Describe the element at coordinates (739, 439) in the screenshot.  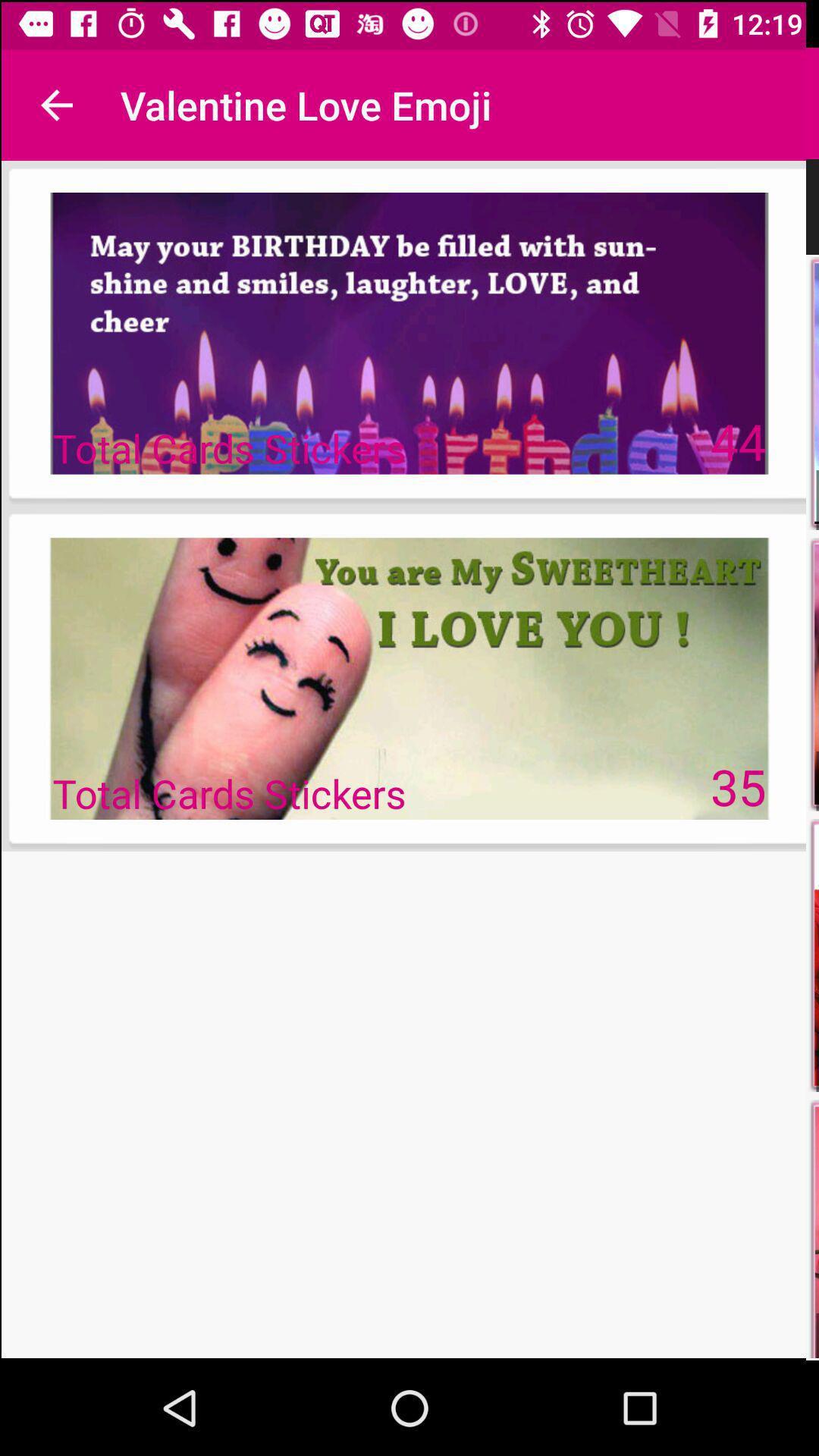
I see `the 44 icon` at that location.